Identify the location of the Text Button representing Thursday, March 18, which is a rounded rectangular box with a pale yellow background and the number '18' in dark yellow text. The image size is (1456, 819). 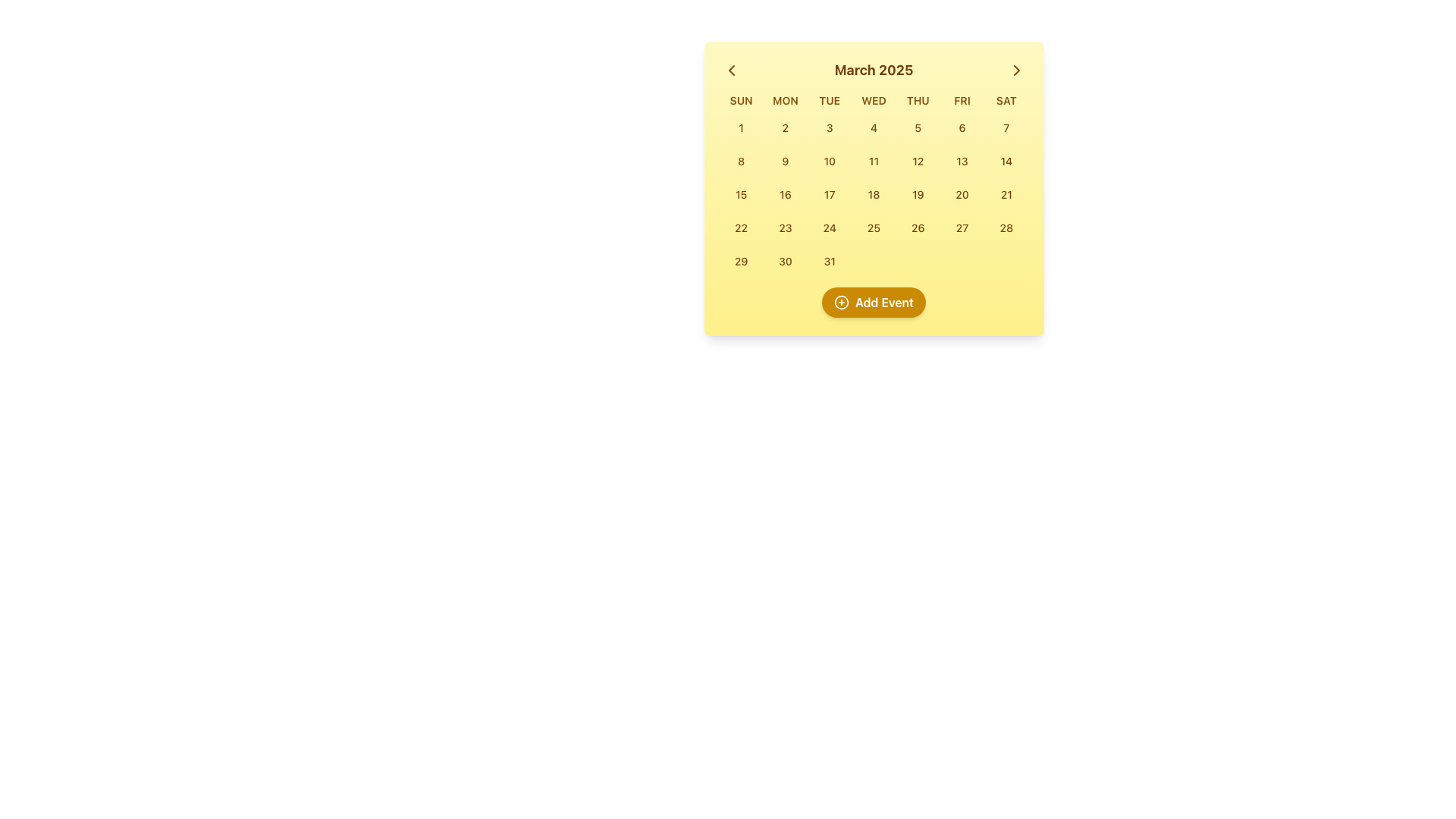
(874, 194).